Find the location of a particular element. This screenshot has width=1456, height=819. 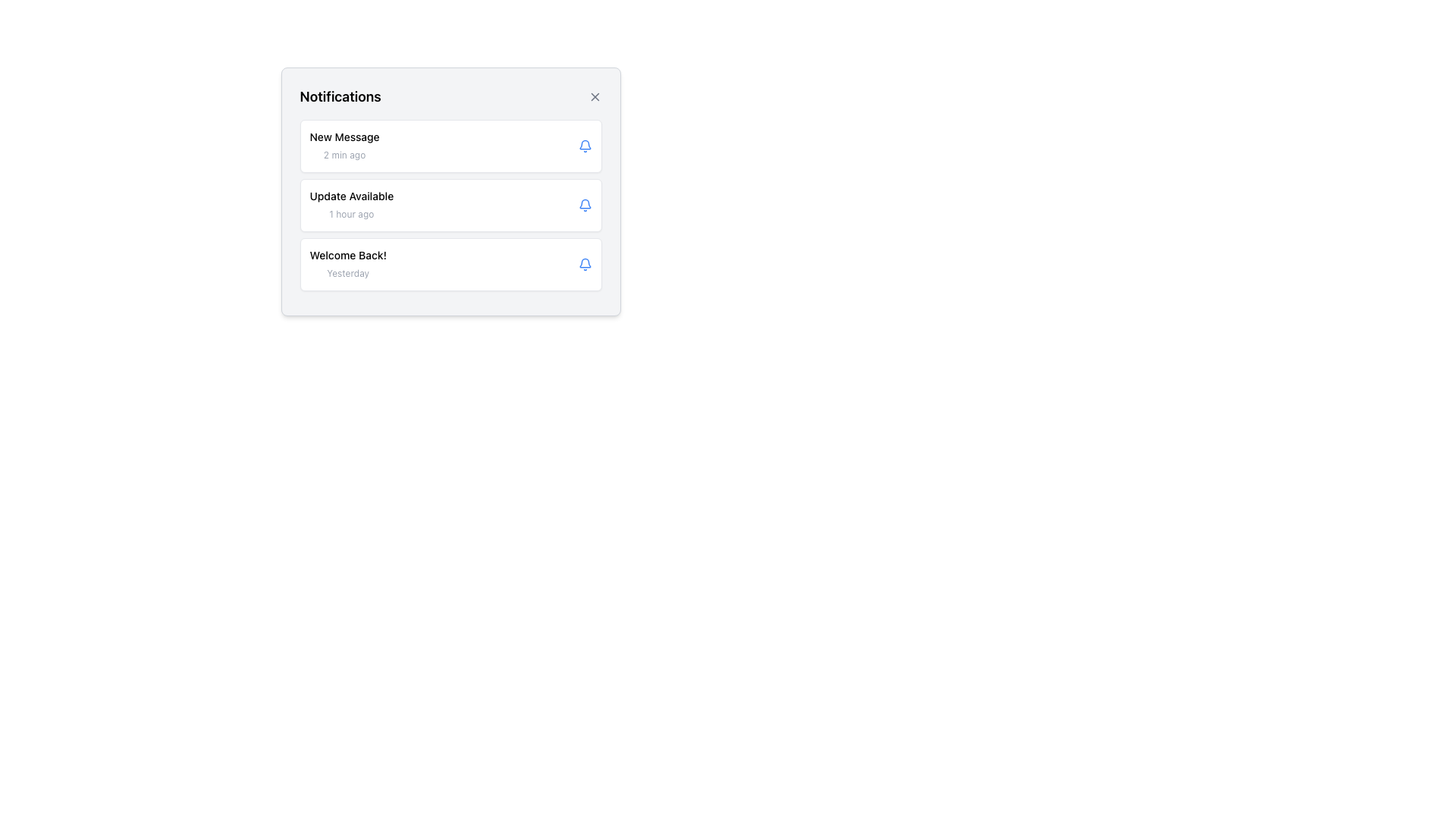

the close button icon (an 'X' shape) located in the upper-right corner of the notification panel is located at coordinates (594, 96).